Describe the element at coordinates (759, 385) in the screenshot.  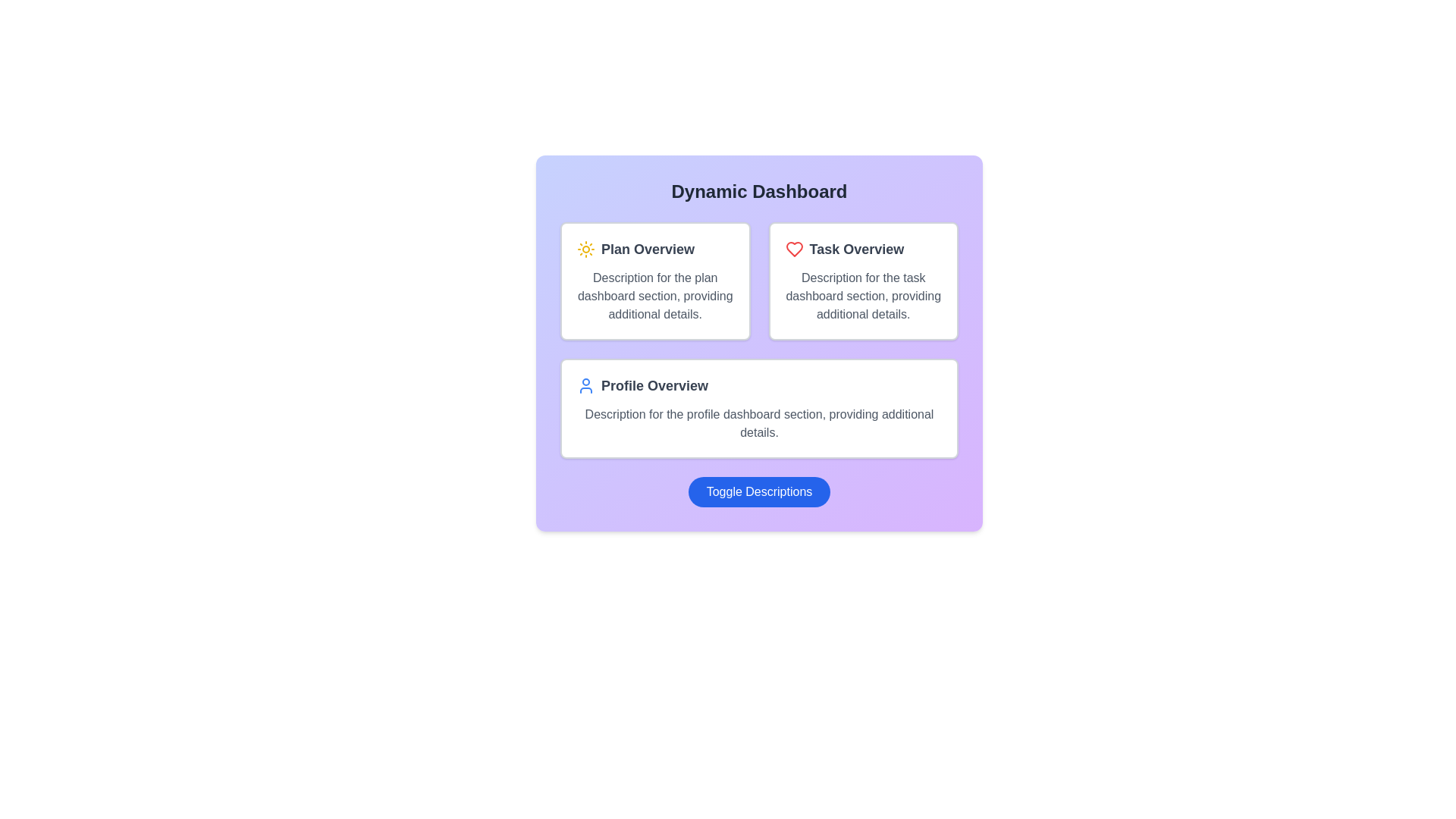
I see `the 'Profile Overview' section` at that location.